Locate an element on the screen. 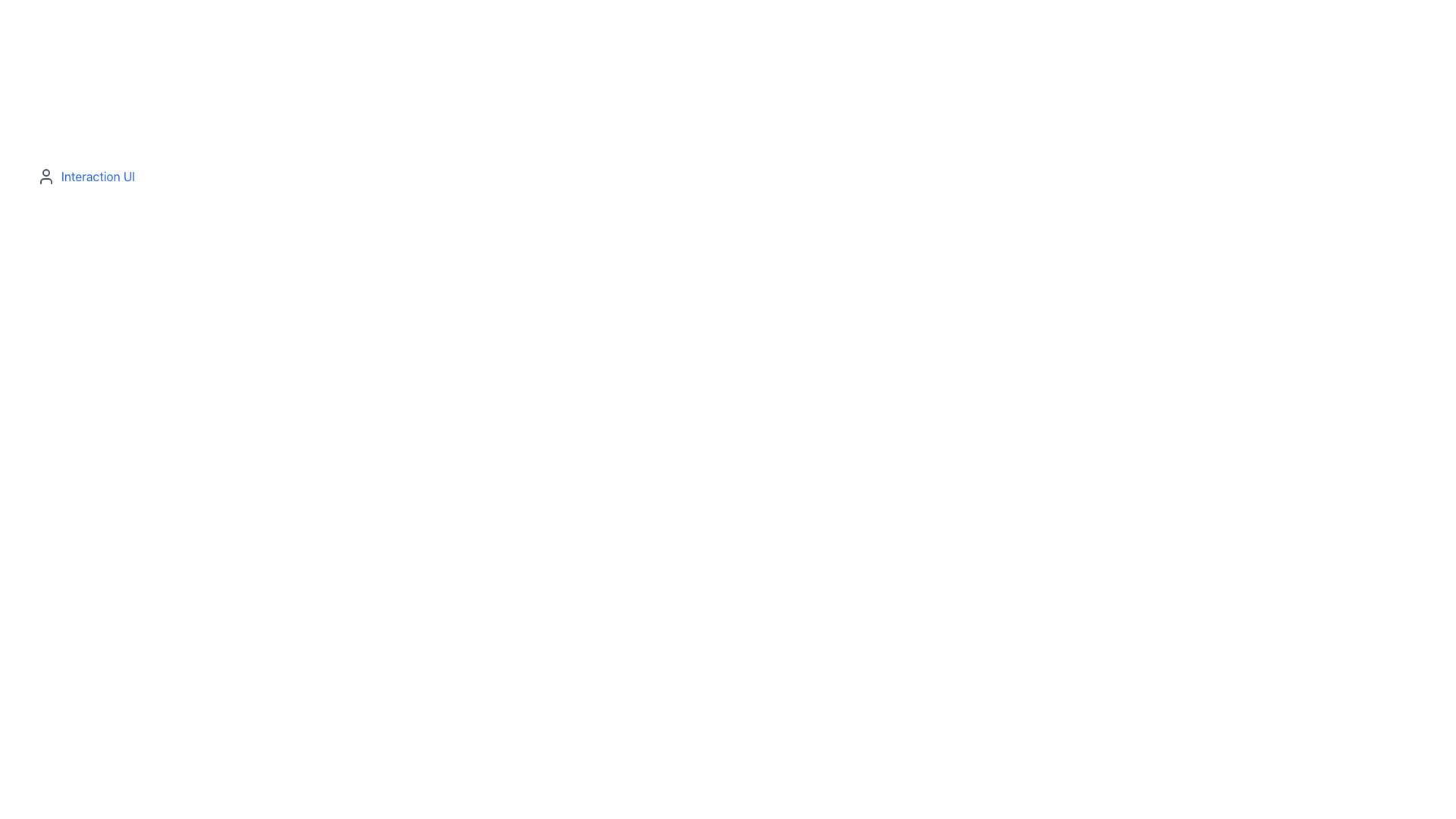 The width and height of the screenshot is (1456, 819). the blue-colored text label 'Interaction UI' to activate the underline effect is located at coordinates (97, 175).